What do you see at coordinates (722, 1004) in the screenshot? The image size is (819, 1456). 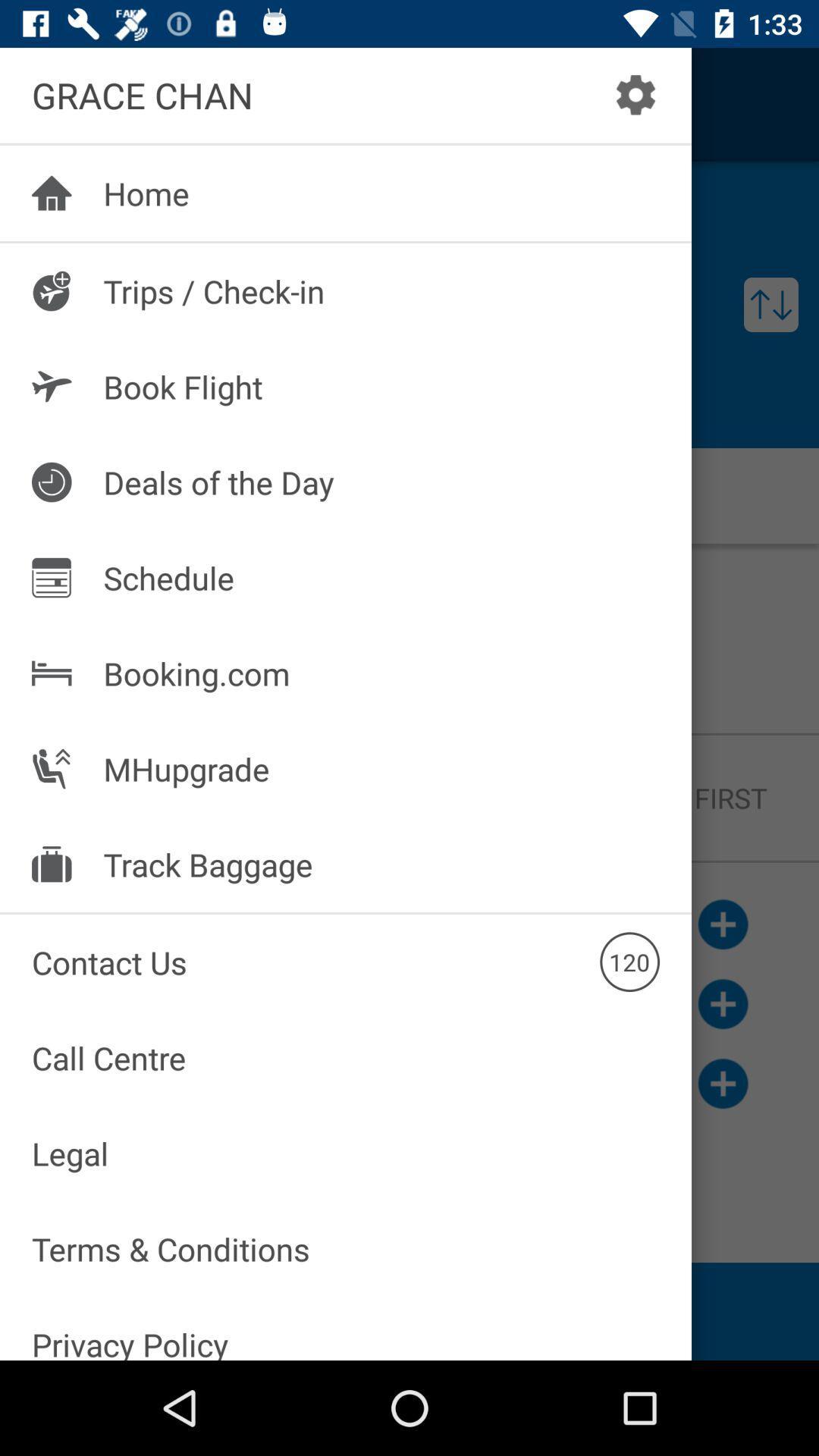 I see `the add icon` at bounding box center [722, 1004].